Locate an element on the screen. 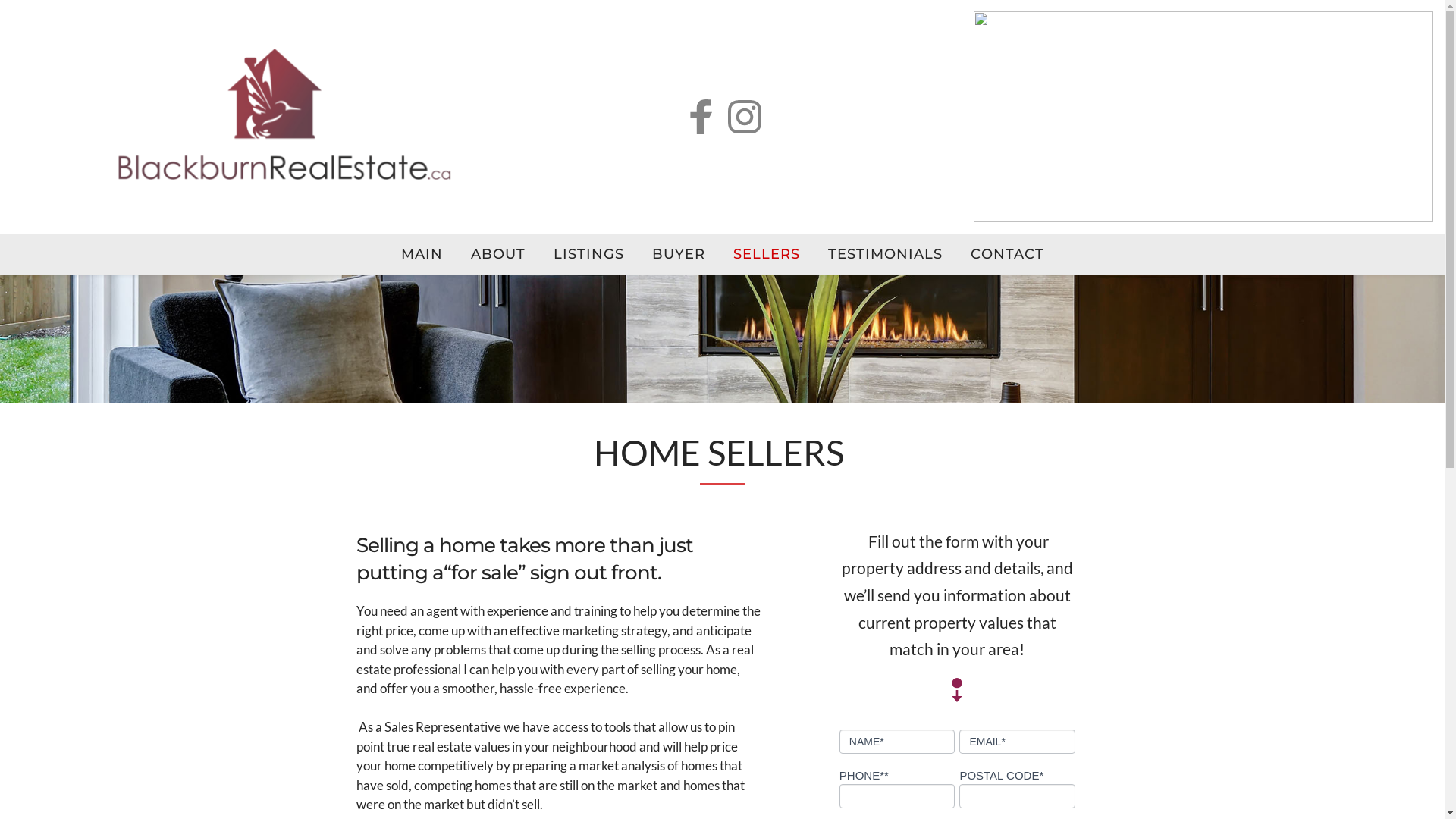  'TESTIMONIALS' is located at coordinates (884, 253).